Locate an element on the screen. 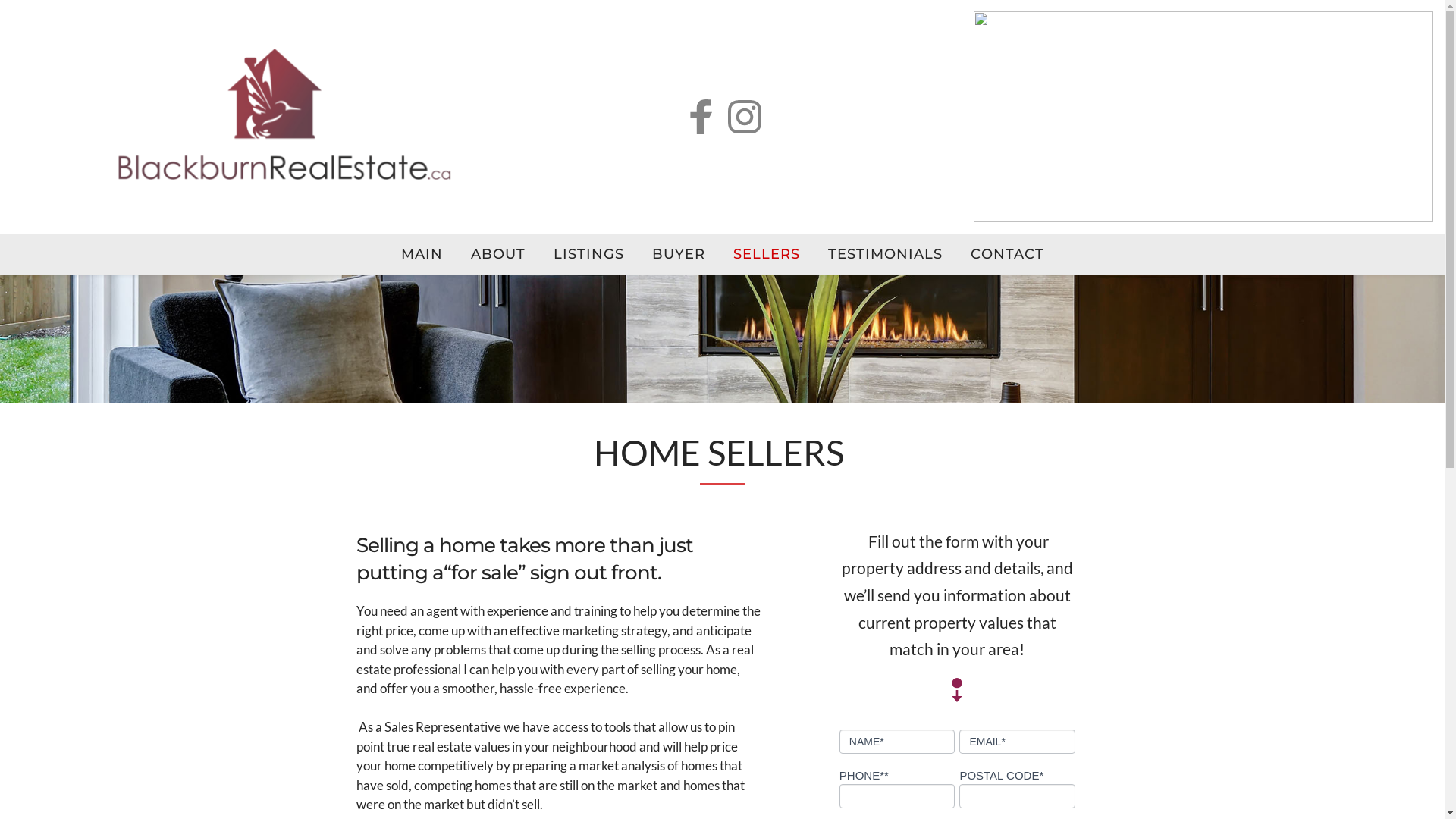  'TESTIMONIALS' is located at coordinates (884, 253).